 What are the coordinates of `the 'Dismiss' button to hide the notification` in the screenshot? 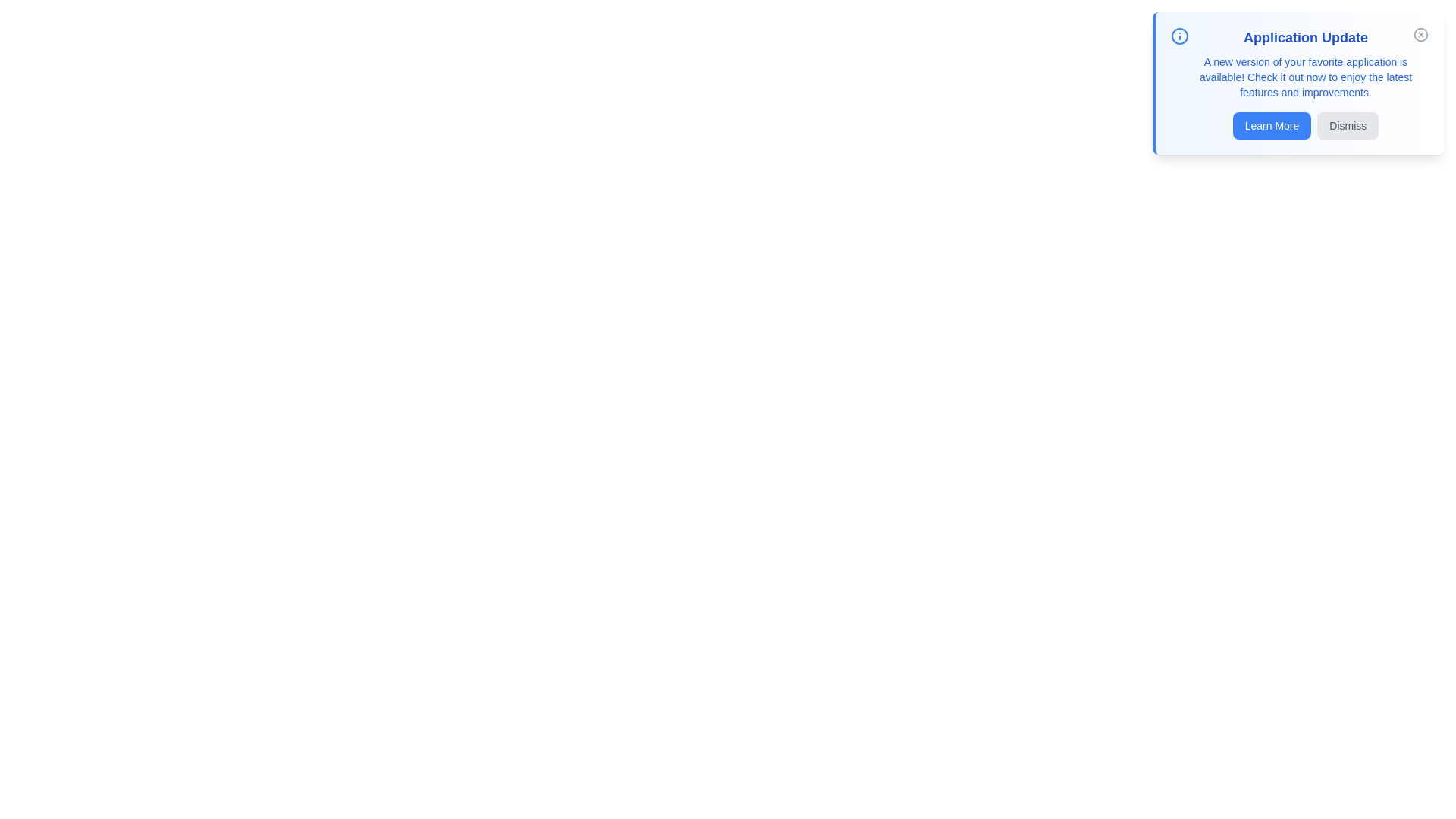 It's located at (1348, 124).